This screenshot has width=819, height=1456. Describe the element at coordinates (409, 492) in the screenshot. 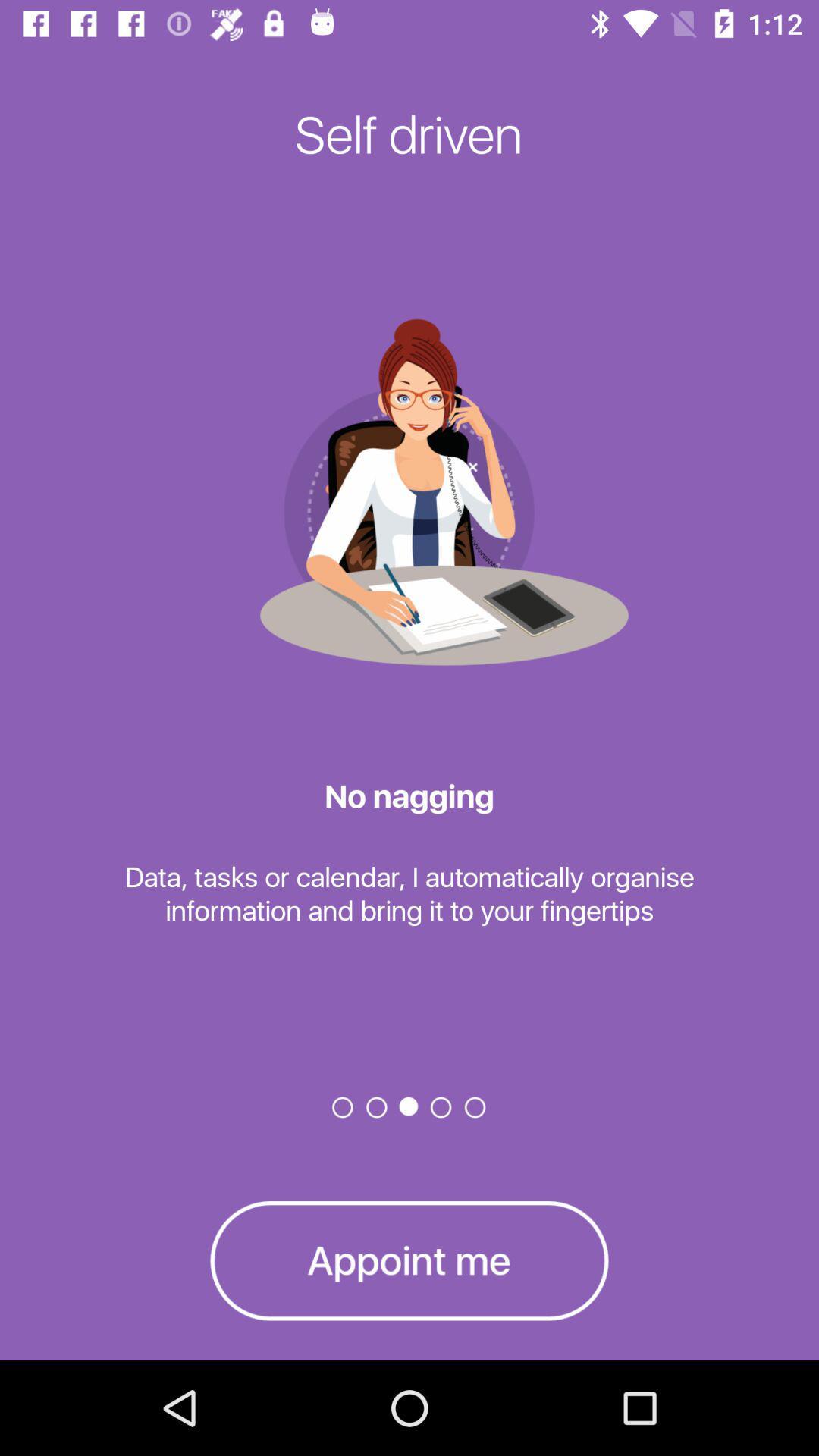

I see `the image` at that location.